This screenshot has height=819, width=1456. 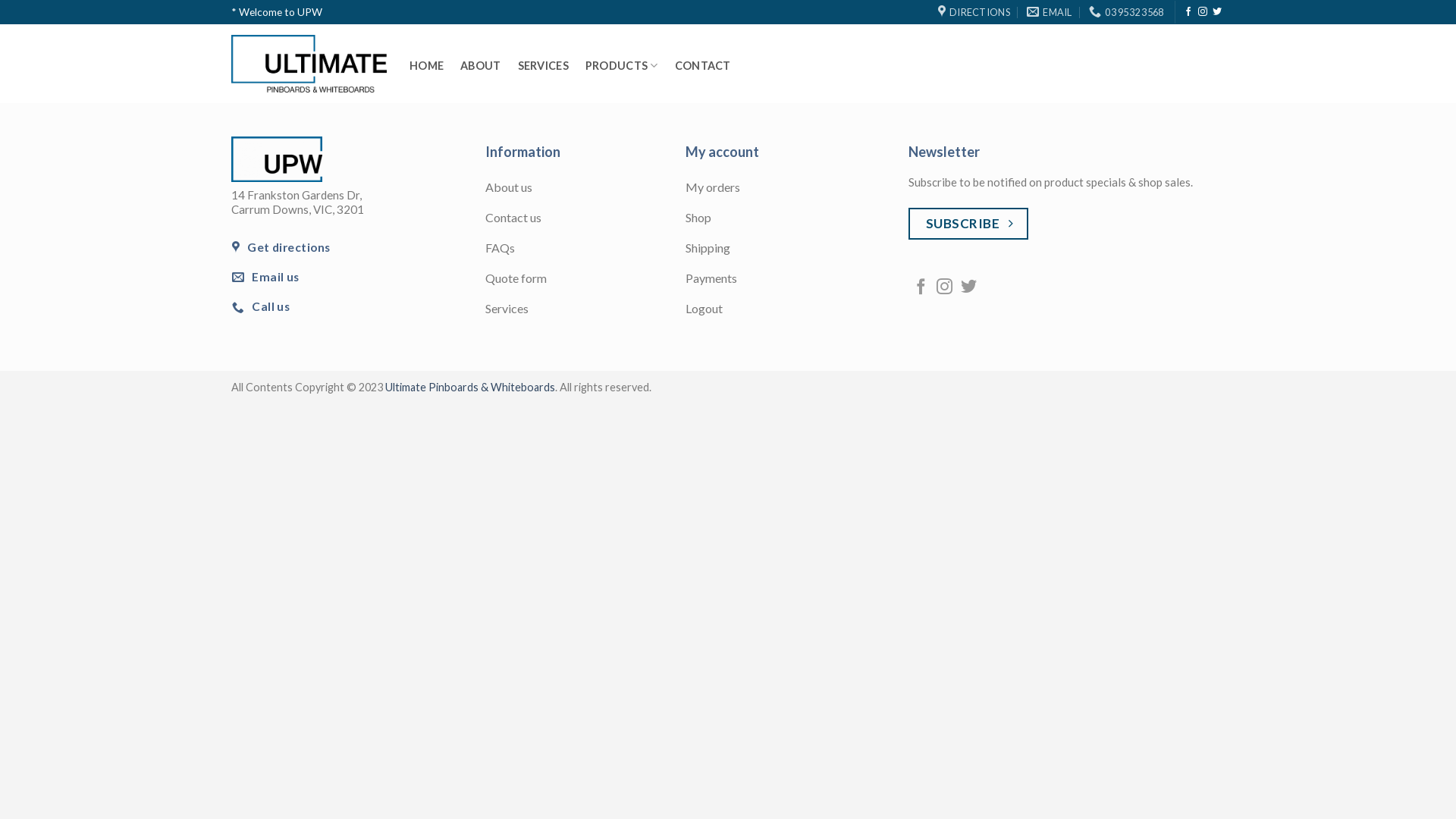 I want to click on 'Call us', so click(x=262, y=306).